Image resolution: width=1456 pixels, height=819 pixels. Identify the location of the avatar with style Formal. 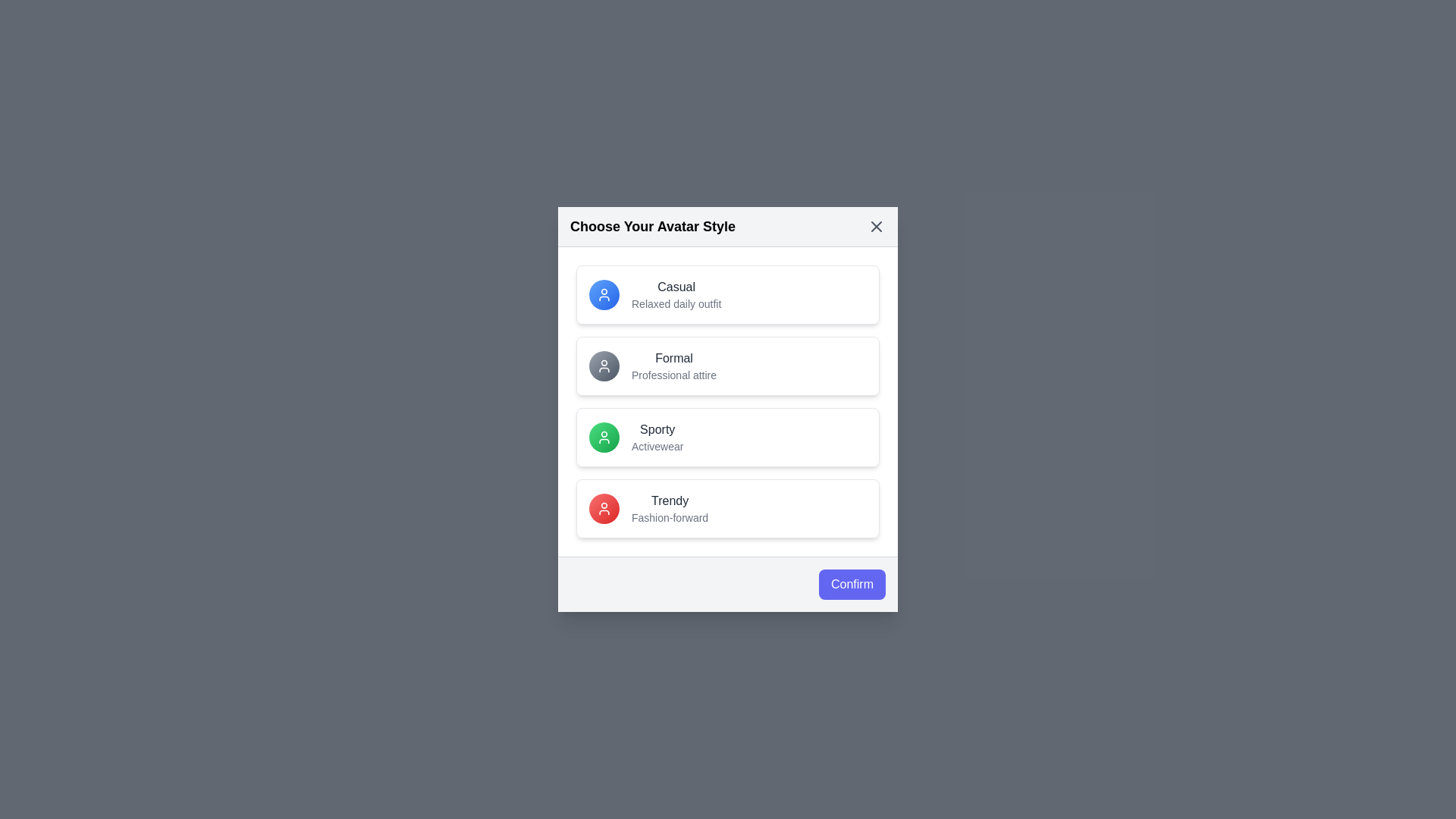
(728, 366).